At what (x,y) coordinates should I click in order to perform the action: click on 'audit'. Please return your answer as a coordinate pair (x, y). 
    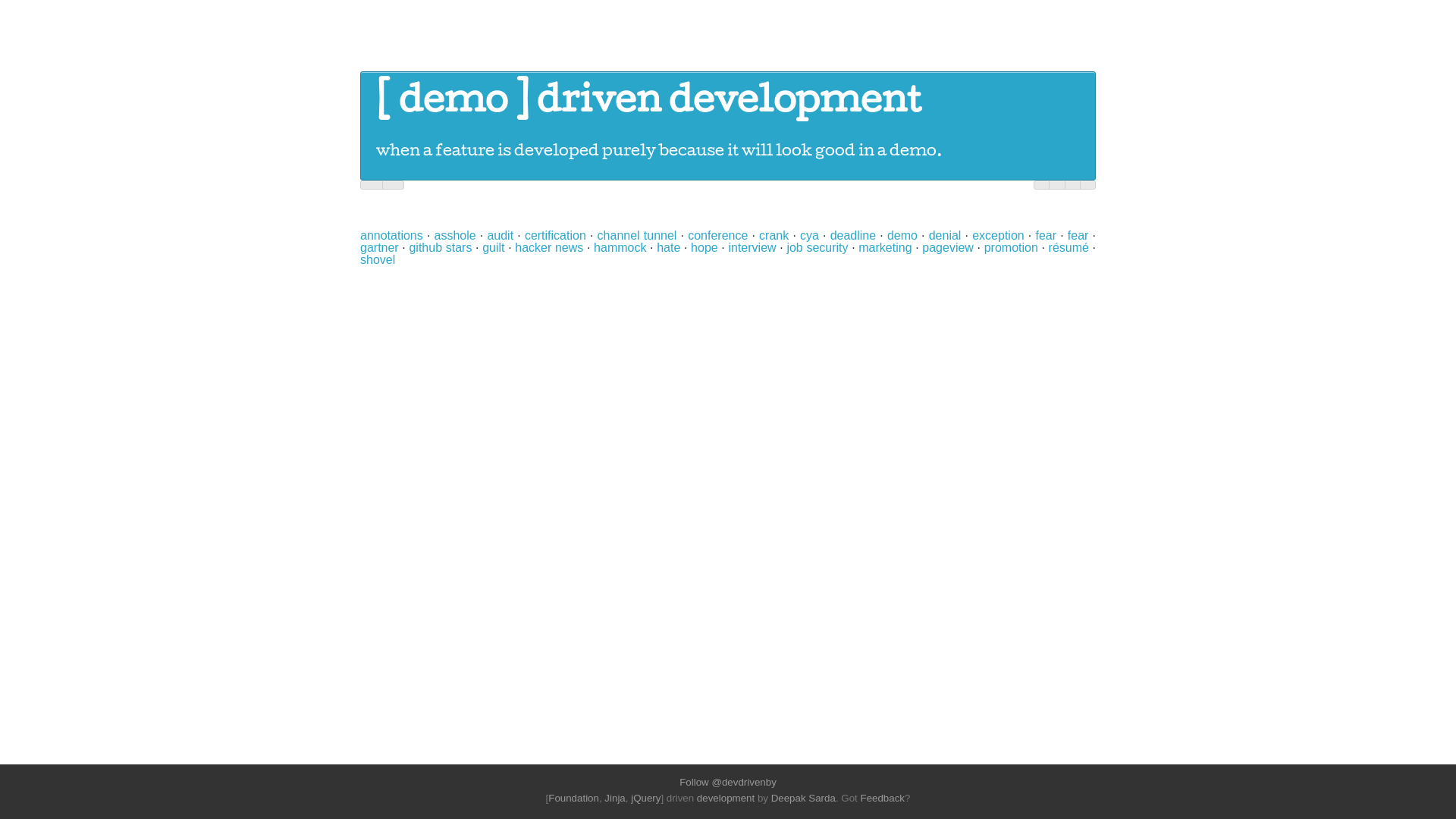
    Looking at the image, I should click on (500, 235).